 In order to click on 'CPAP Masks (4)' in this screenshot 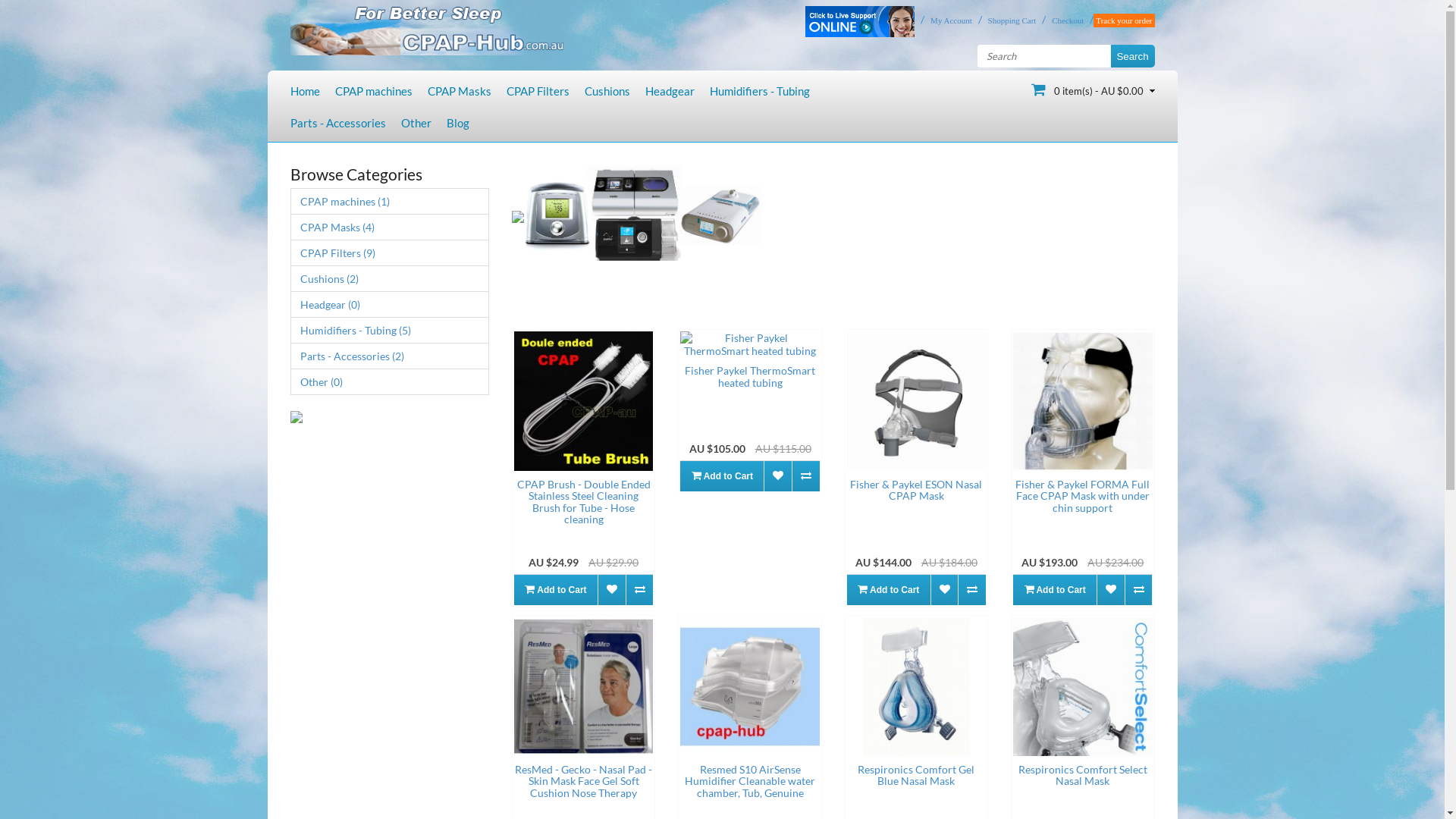, I will do `click(389, 227)`.